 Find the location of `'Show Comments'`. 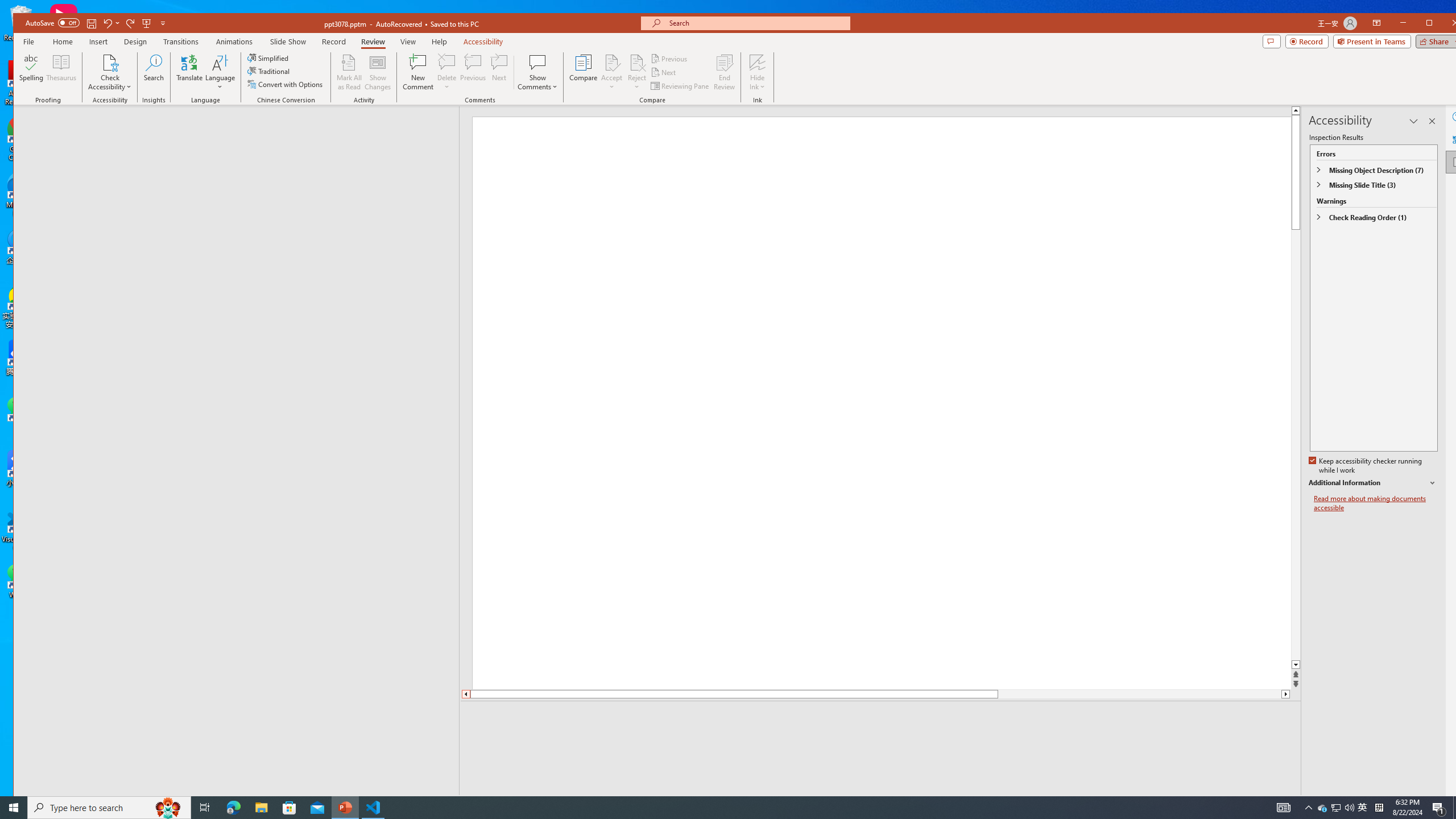

'Show Comments' is located at coordinates (537, 61).